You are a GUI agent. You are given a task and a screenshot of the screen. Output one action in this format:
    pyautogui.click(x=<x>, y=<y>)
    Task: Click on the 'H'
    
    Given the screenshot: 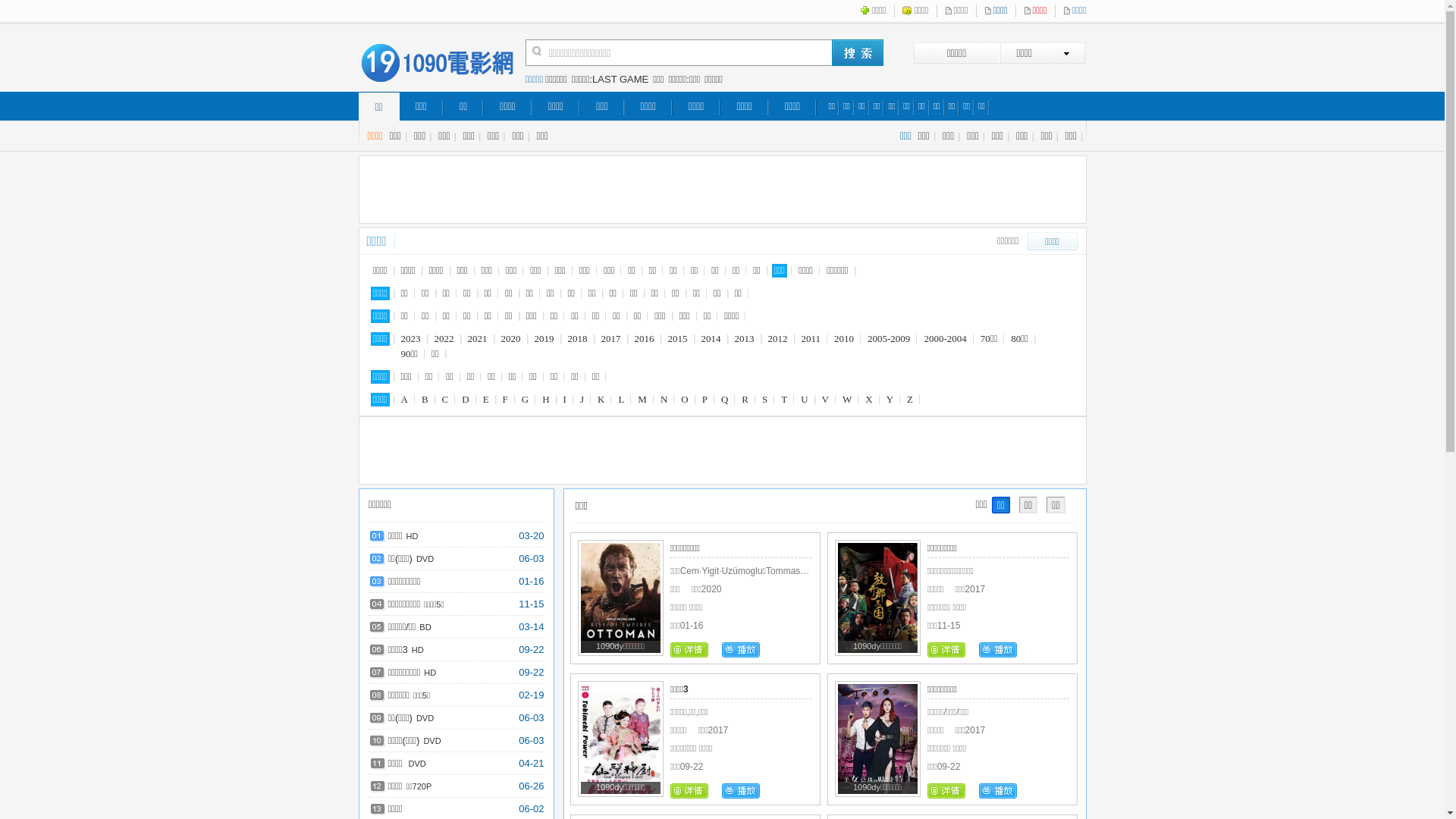 What is the action you would take?
    pyautogui.click(x=545, y=399)
    